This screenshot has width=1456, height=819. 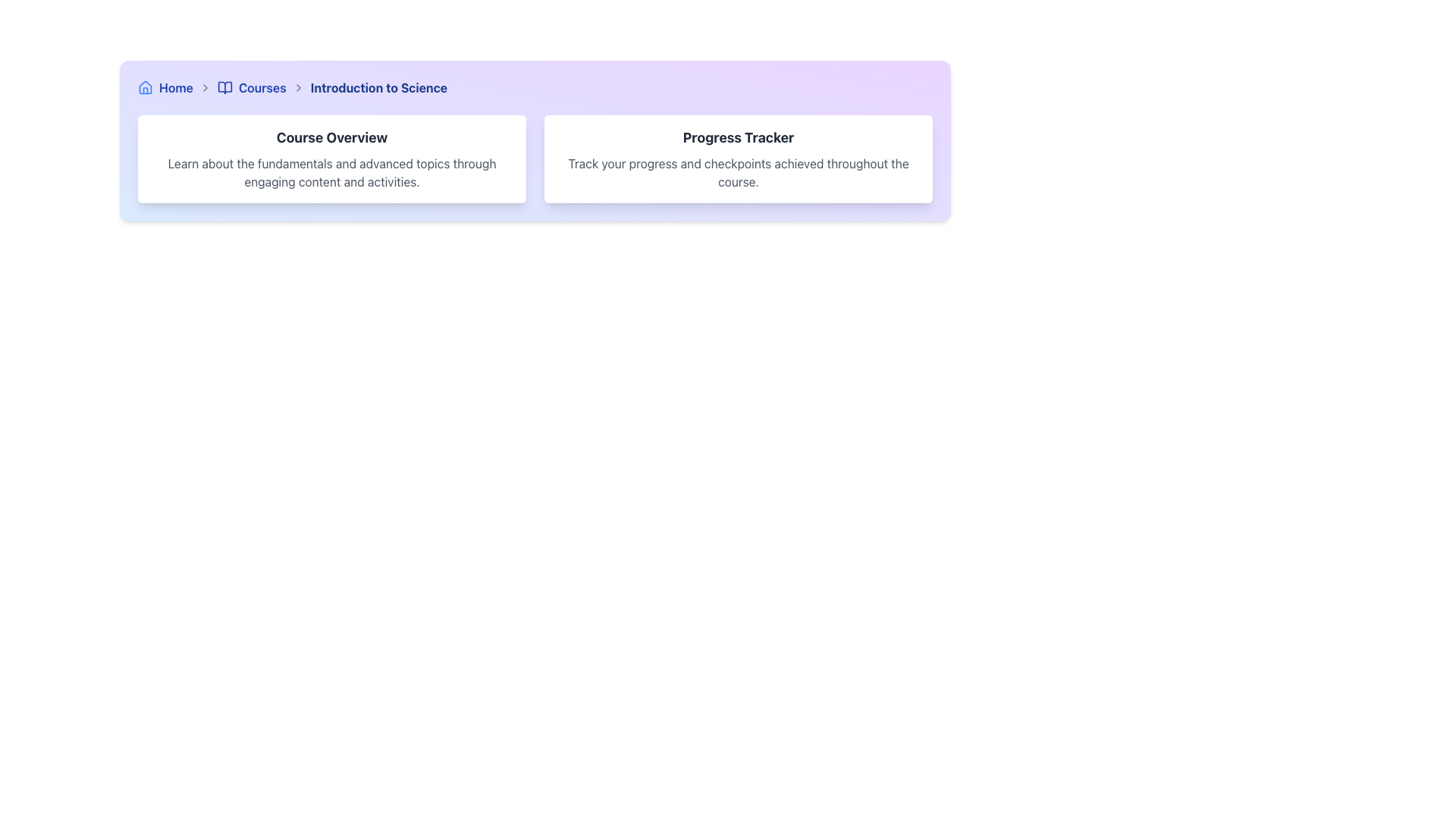 What do you see at coordinates (331, 137) in the screenshot?
I see `the 'Course Overview' text header, which is displayed in bold, large dark gray font at the top of a white card with rounded corners` at bounding box center [331, 137].